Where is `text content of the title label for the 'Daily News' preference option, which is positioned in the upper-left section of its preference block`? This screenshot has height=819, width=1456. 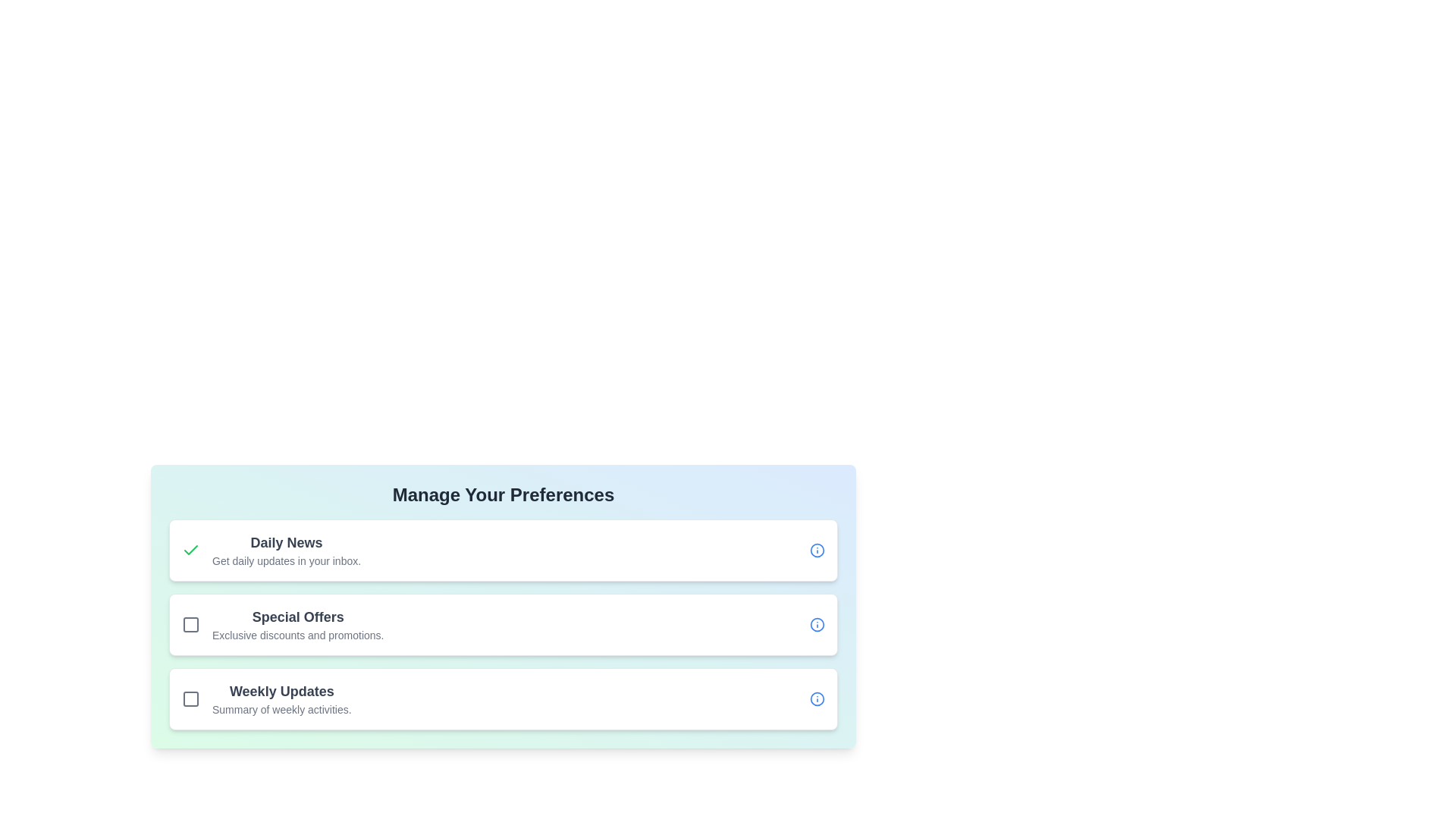 text content of the title label for the 'Daily News' preference option, which is positioned in the upper-left section of its preference block is located at coordinates (287, 542).